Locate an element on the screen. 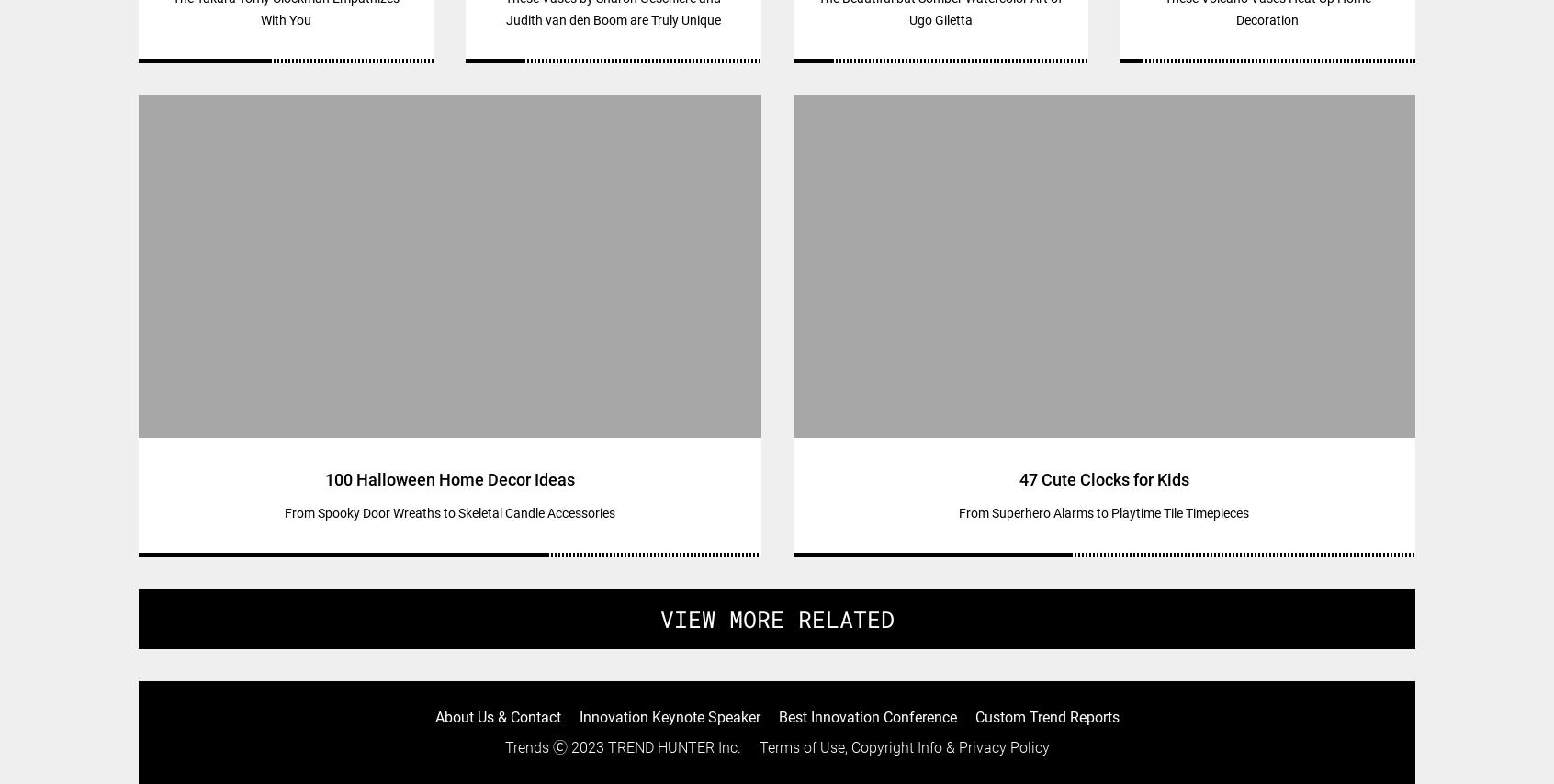 The width and height of the screenshot is (1554, 784). '100 Halloween Home Decor Ideas' is located at coordinates (447, 479).